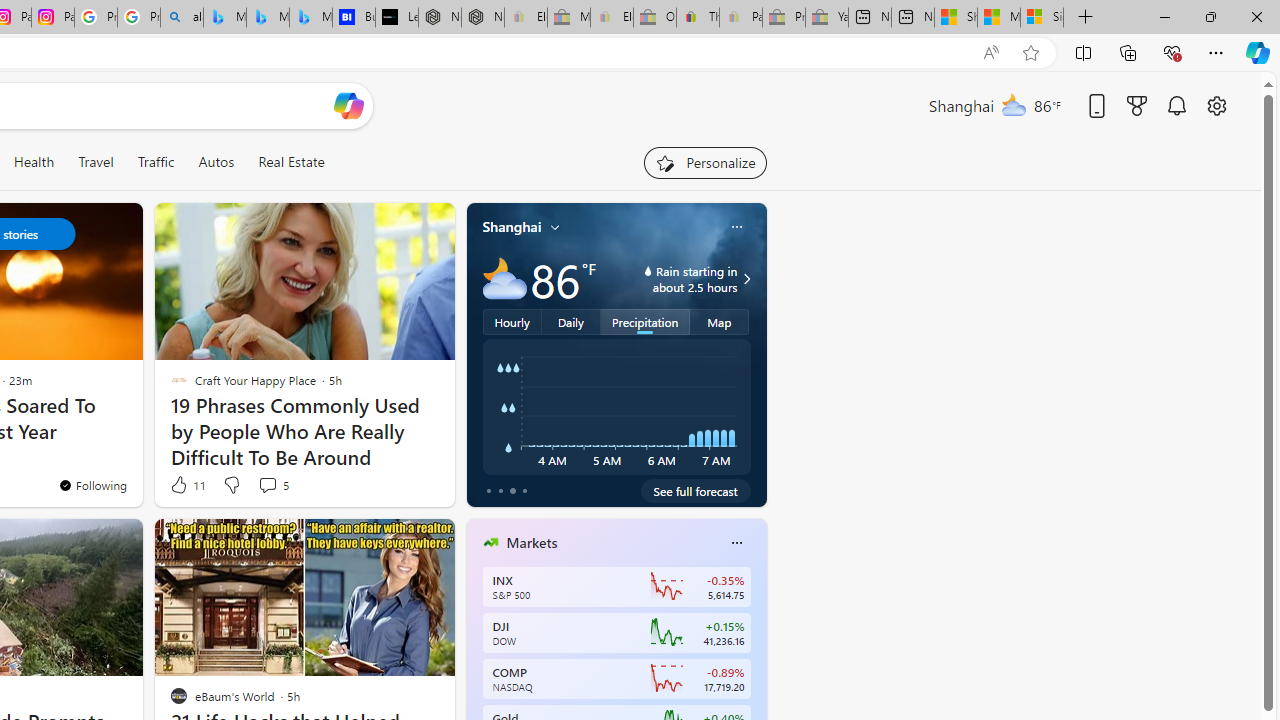  I want to click on 'Payments Terms of Use | eBay.com - Sleeping', so click(739, 17).